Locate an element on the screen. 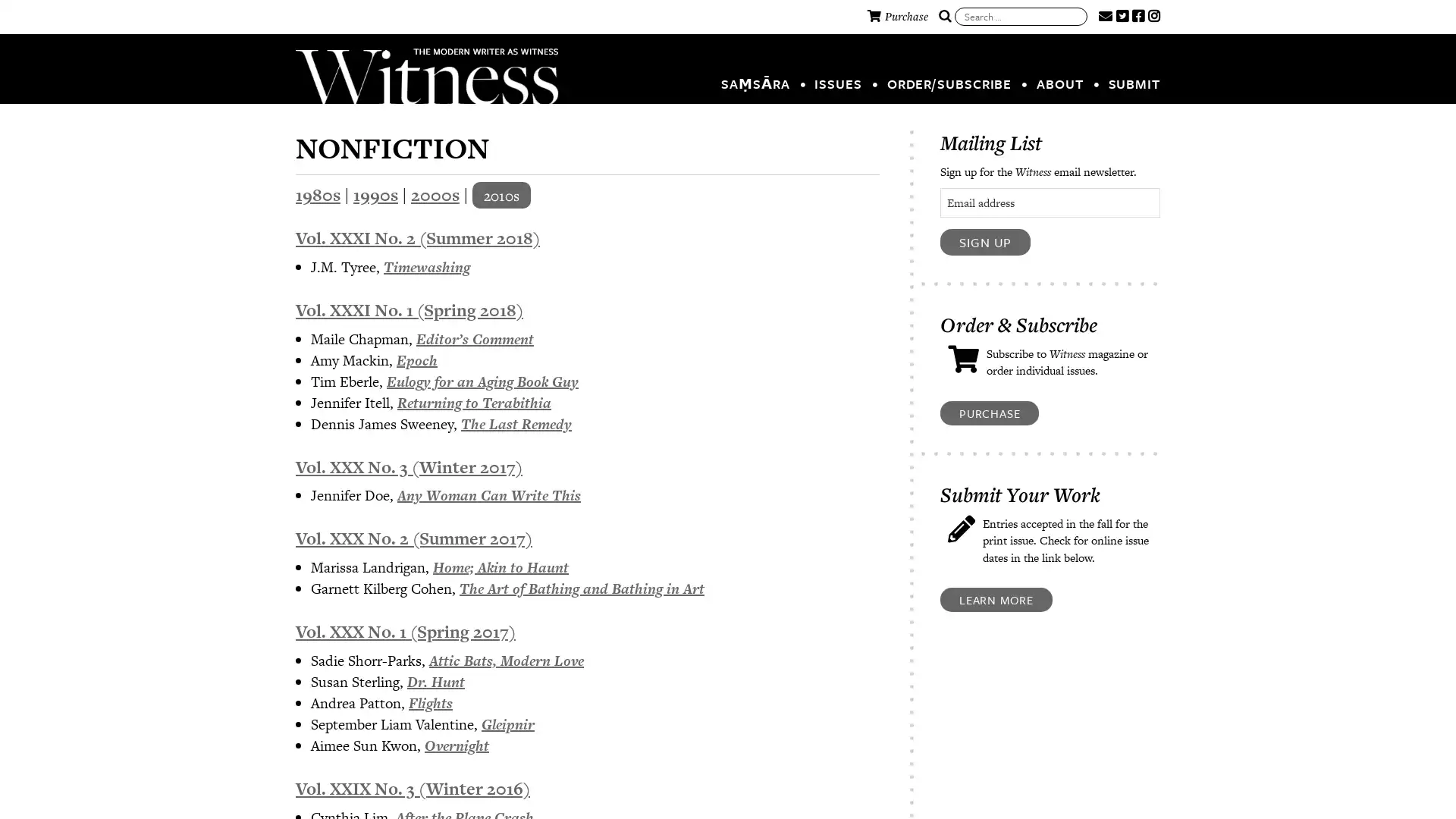  Sign Up is located at coordinates (985, 241).